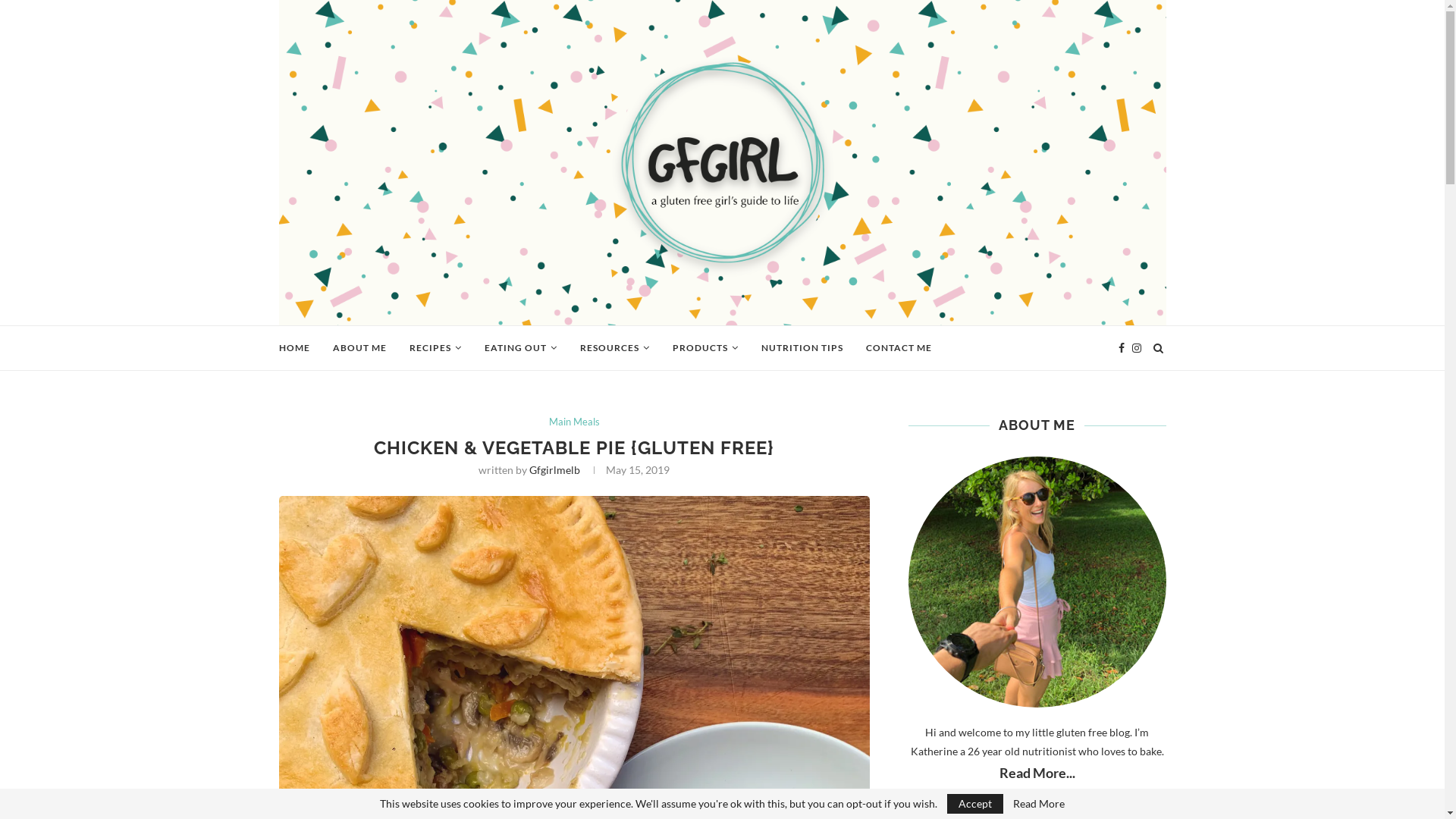  What do you see at coordinates (975, 803) in the screenshot?
I see `'Accept'` at bounding box center [975, 803].